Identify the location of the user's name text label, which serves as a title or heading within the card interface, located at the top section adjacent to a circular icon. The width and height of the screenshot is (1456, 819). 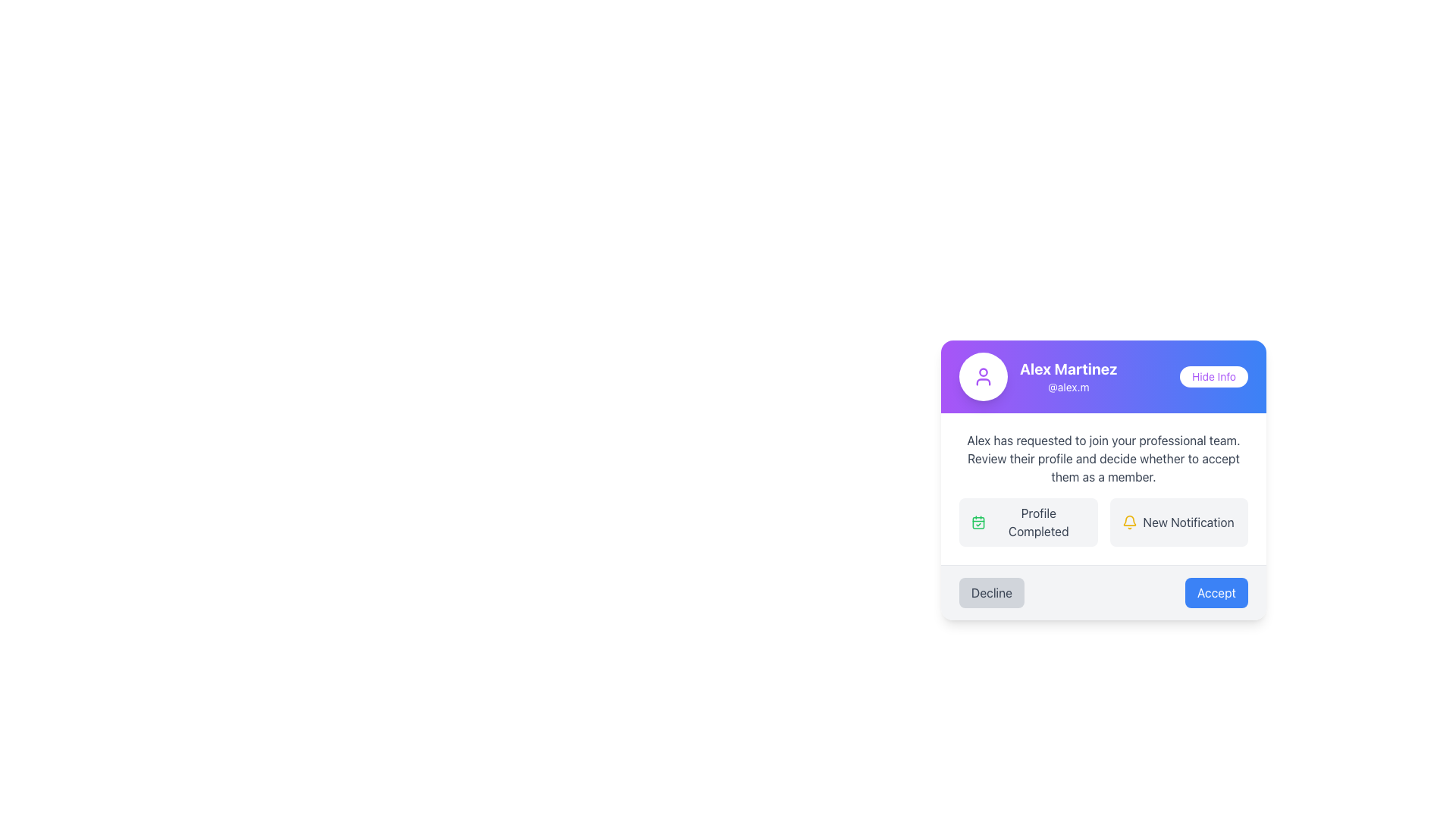
(1068, 369).